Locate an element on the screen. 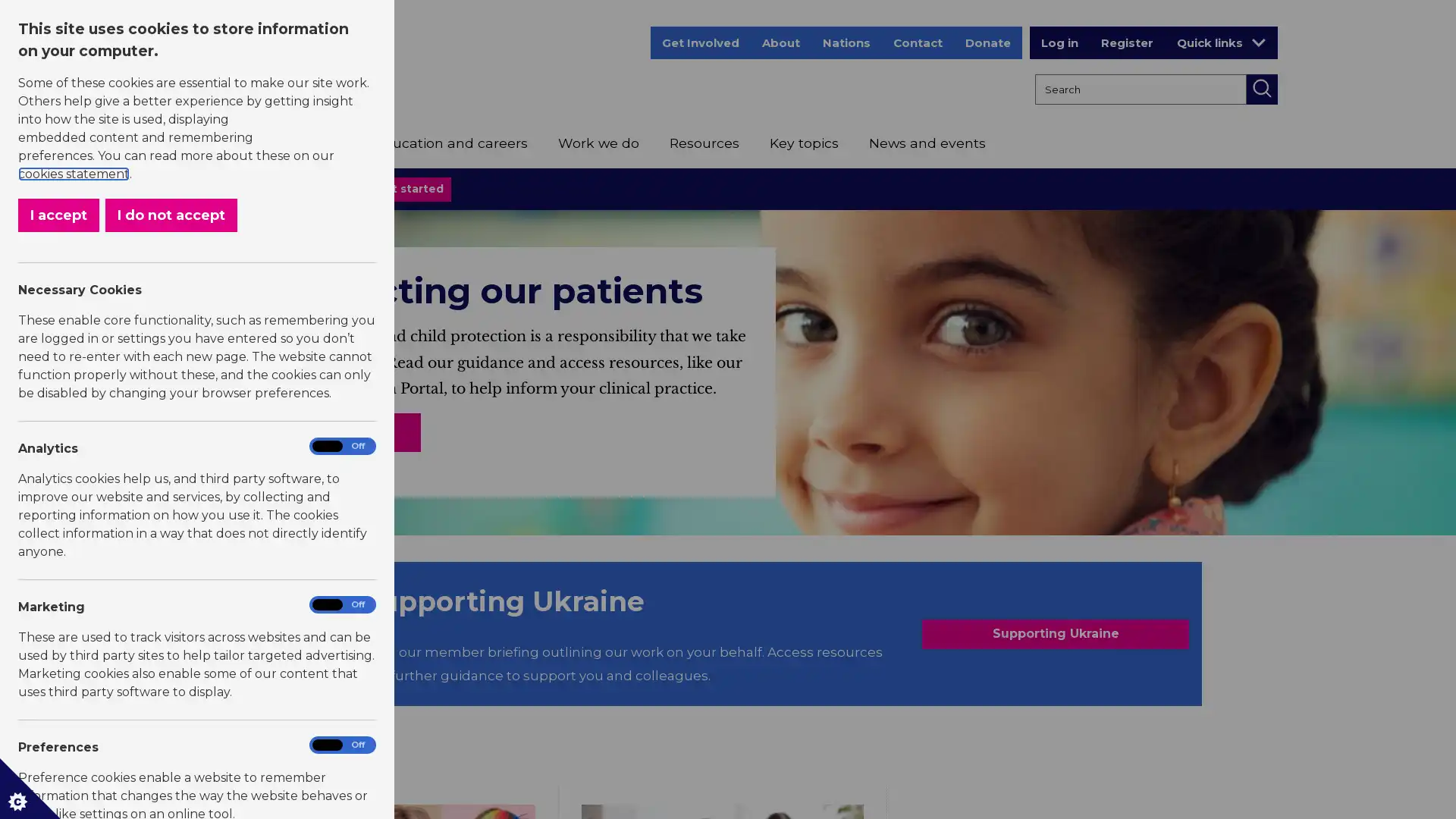 This screenshot has width=1456, height=819. Search is located at coordinates (1262, 89).